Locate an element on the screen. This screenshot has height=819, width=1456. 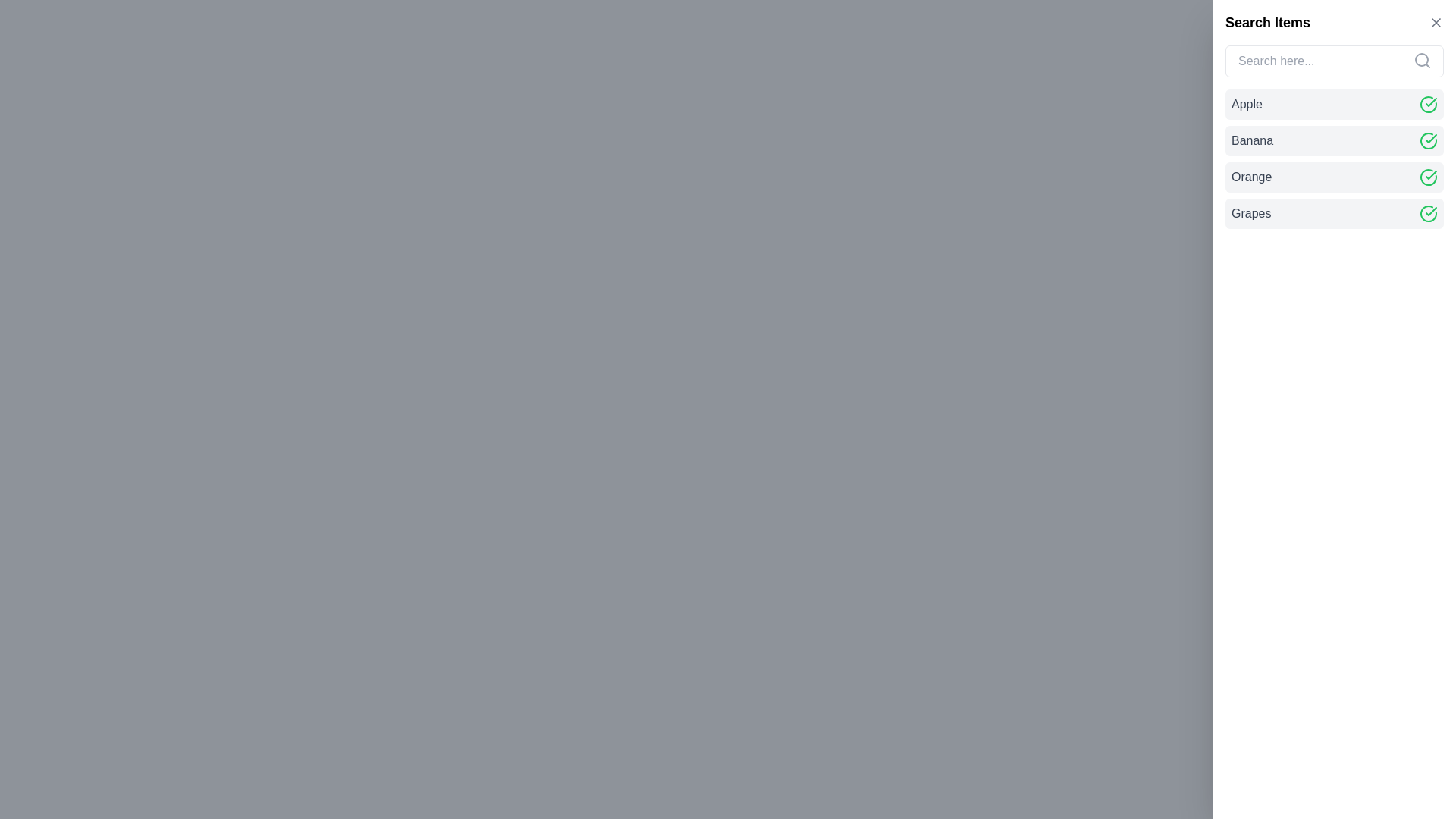
the green circular icon with a white checkmark that indicates a positive status, located next to the text 'Orange' in the fourth row of the interface is located at coordinates (1427, 177).